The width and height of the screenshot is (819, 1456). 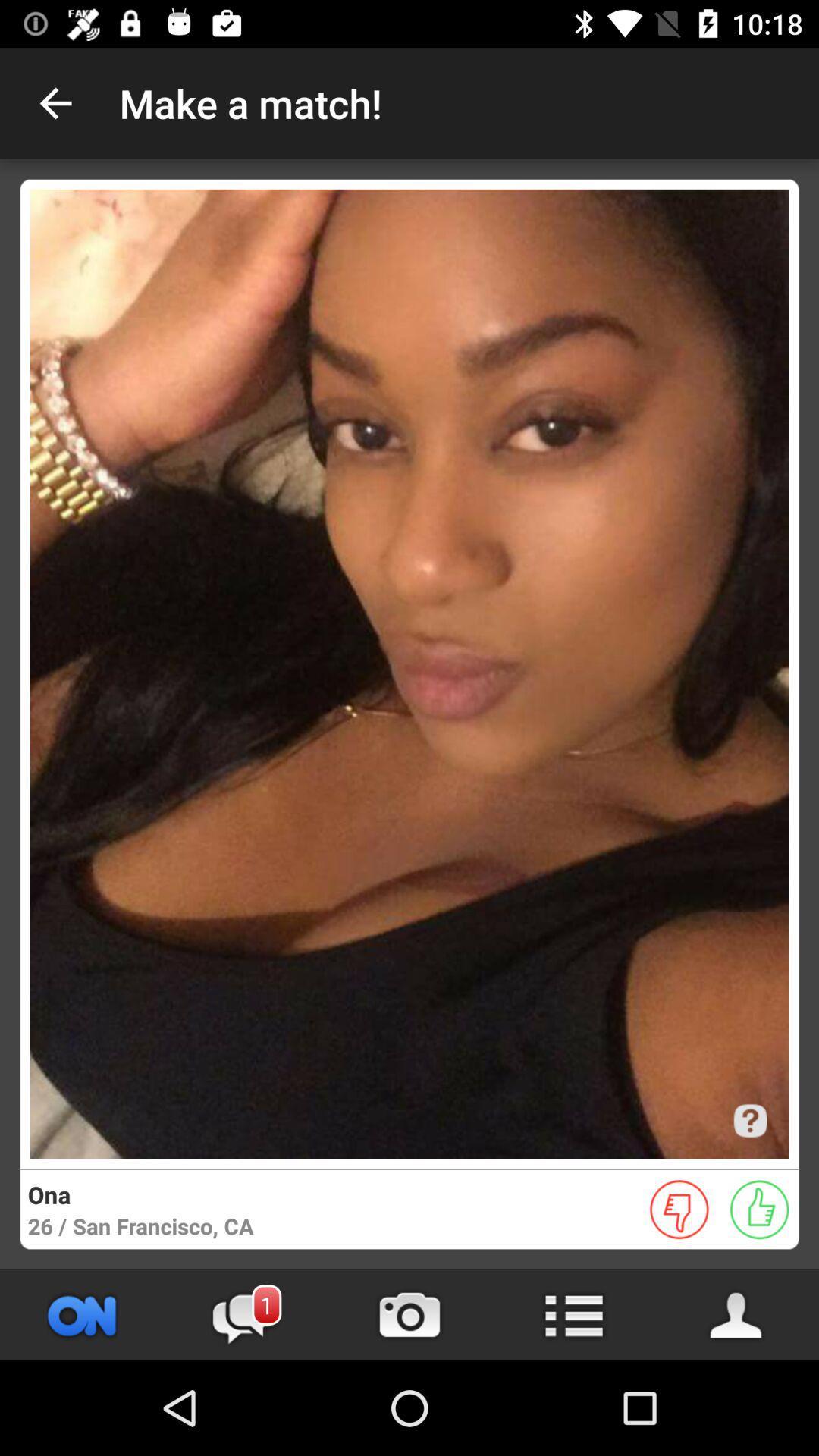 I want to click on dislike icon left to like icon, so click(x=679, y=1209).